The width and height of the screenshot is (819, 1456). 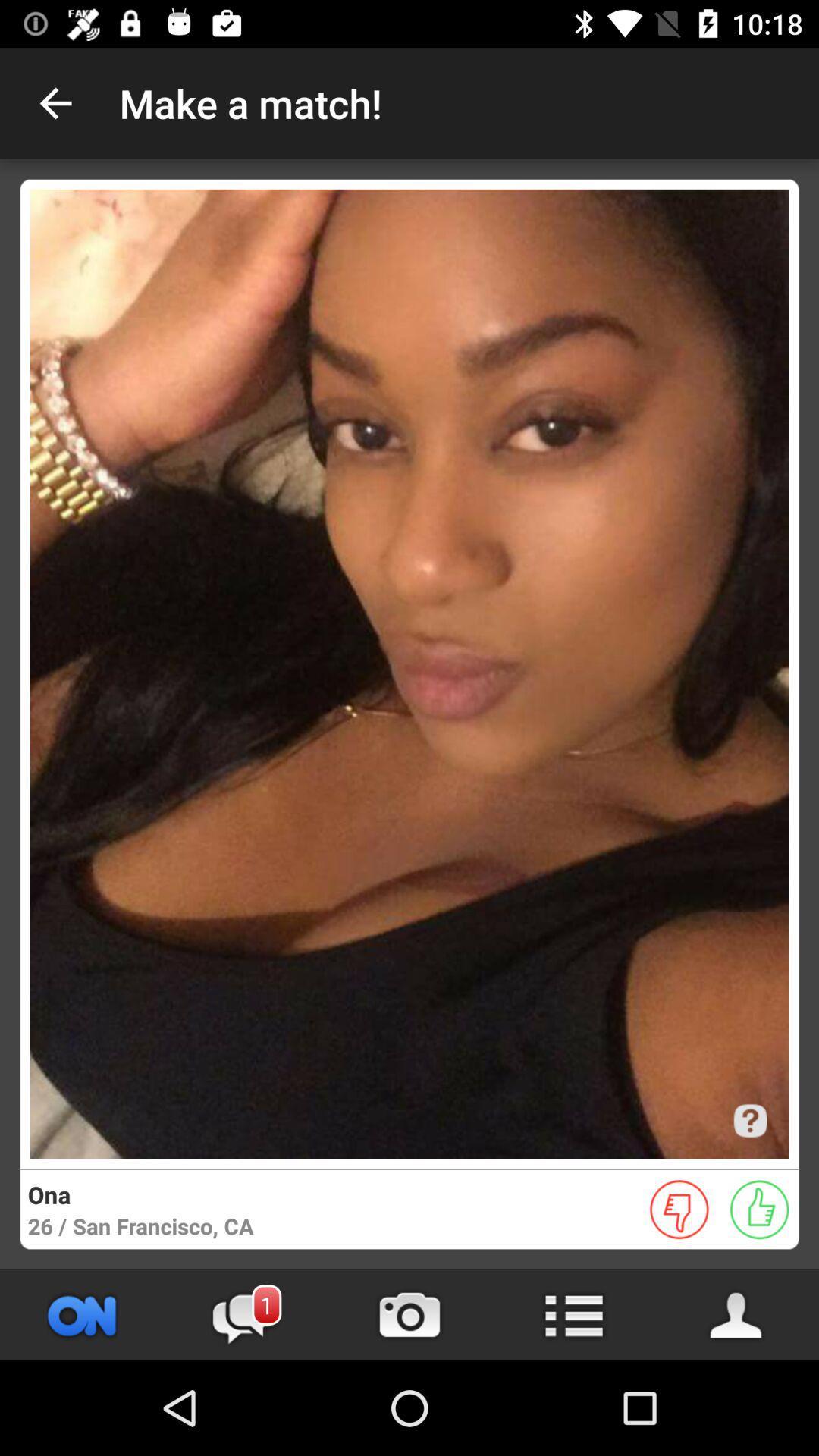 I want to click on dislike icon left to like icon, so click(x=679, y=1209).